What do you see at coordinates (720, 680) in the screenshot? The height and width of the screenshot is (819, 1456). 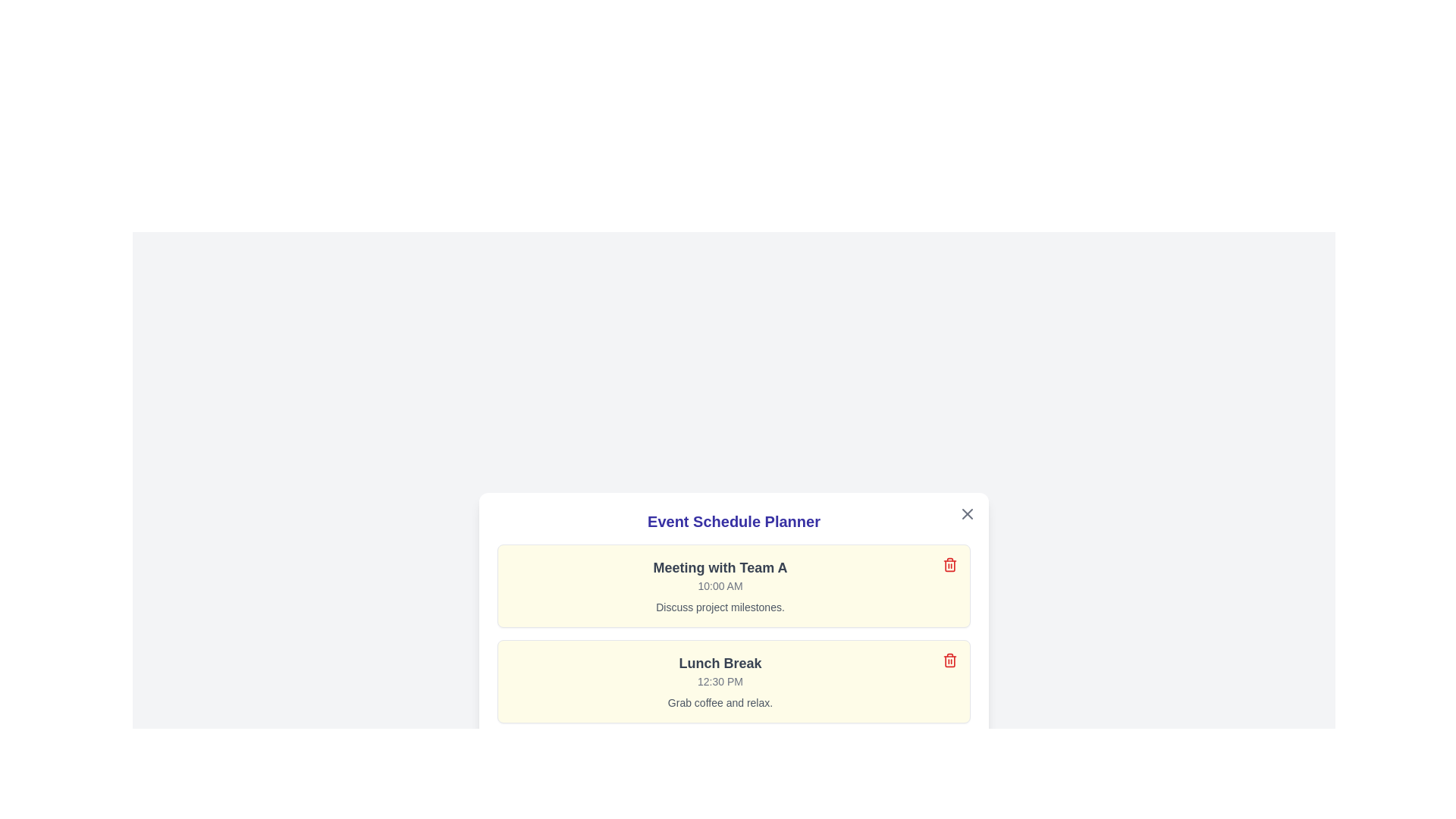 I see `displayed timestamp '12:30 PM' from the gray-colored text label styled as 'text-sm text-gray-500', positioned below the title 'Lunch Break'` at bounding box center [720, 680].